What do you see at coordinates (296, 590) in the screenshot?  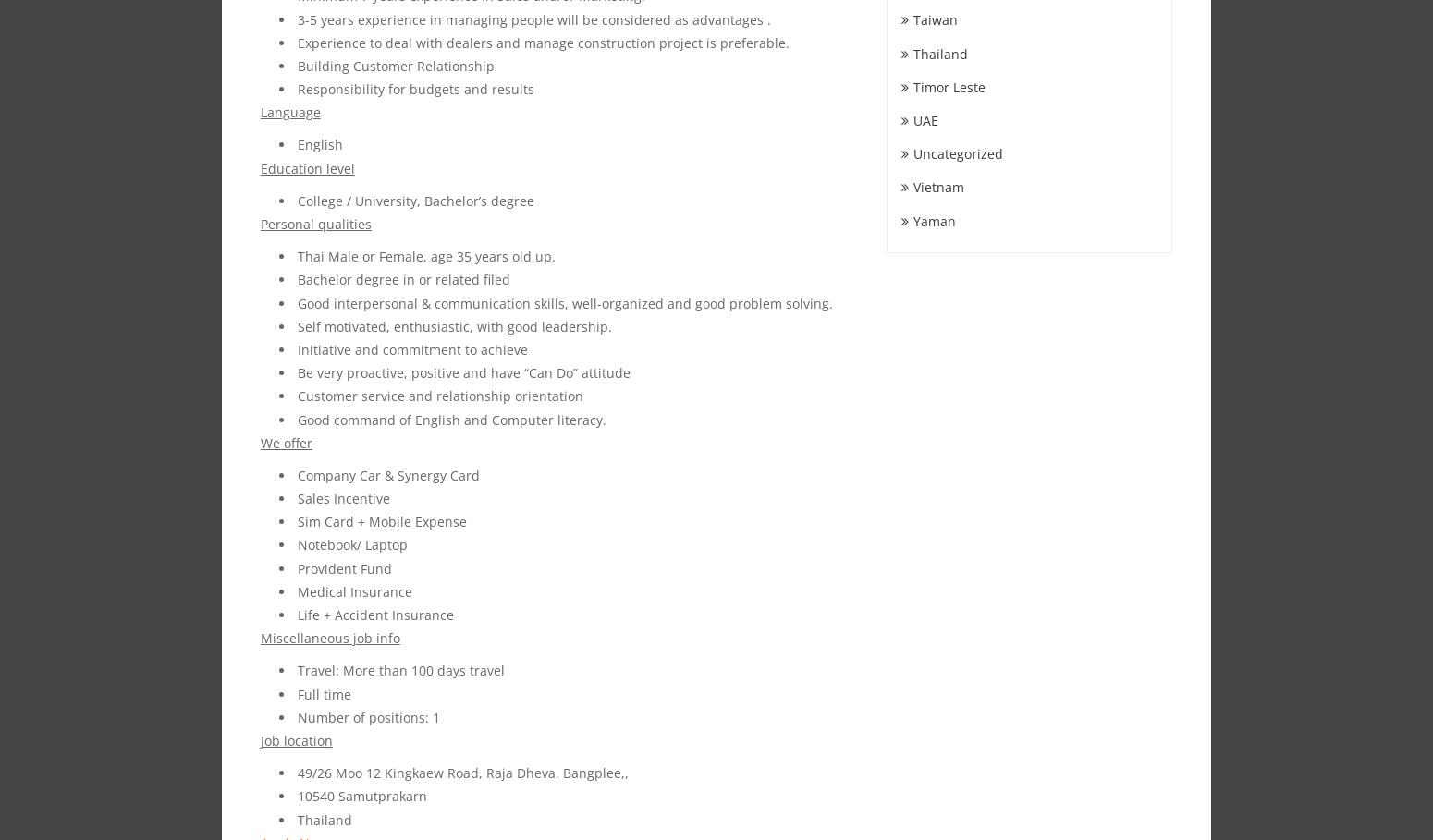 I see `'Medical Insurance'` at bounding box center [296, 590].